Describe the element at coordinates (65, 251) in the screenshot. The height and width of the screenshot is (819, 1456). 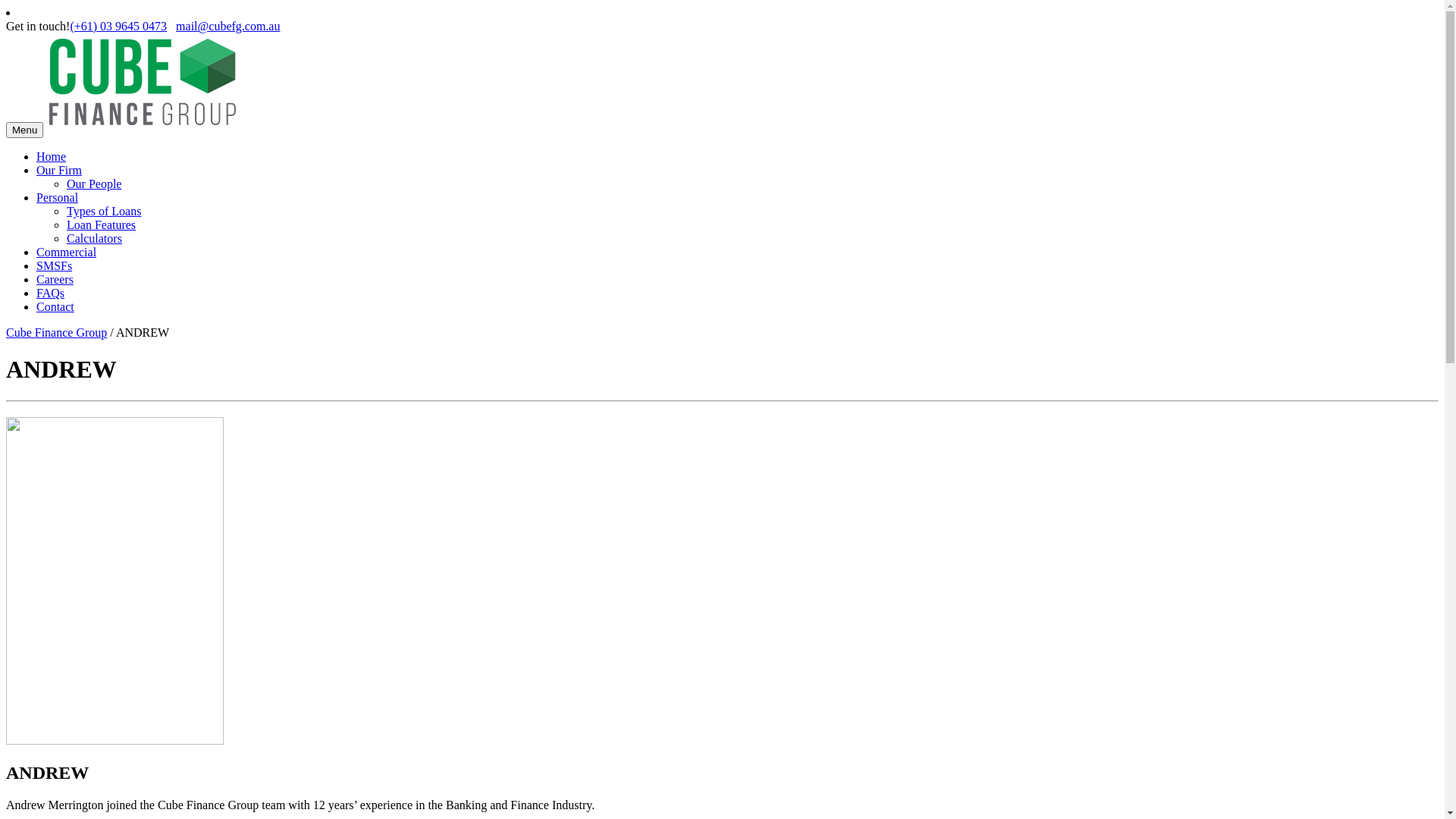
I see `'Commercial'` at that location.